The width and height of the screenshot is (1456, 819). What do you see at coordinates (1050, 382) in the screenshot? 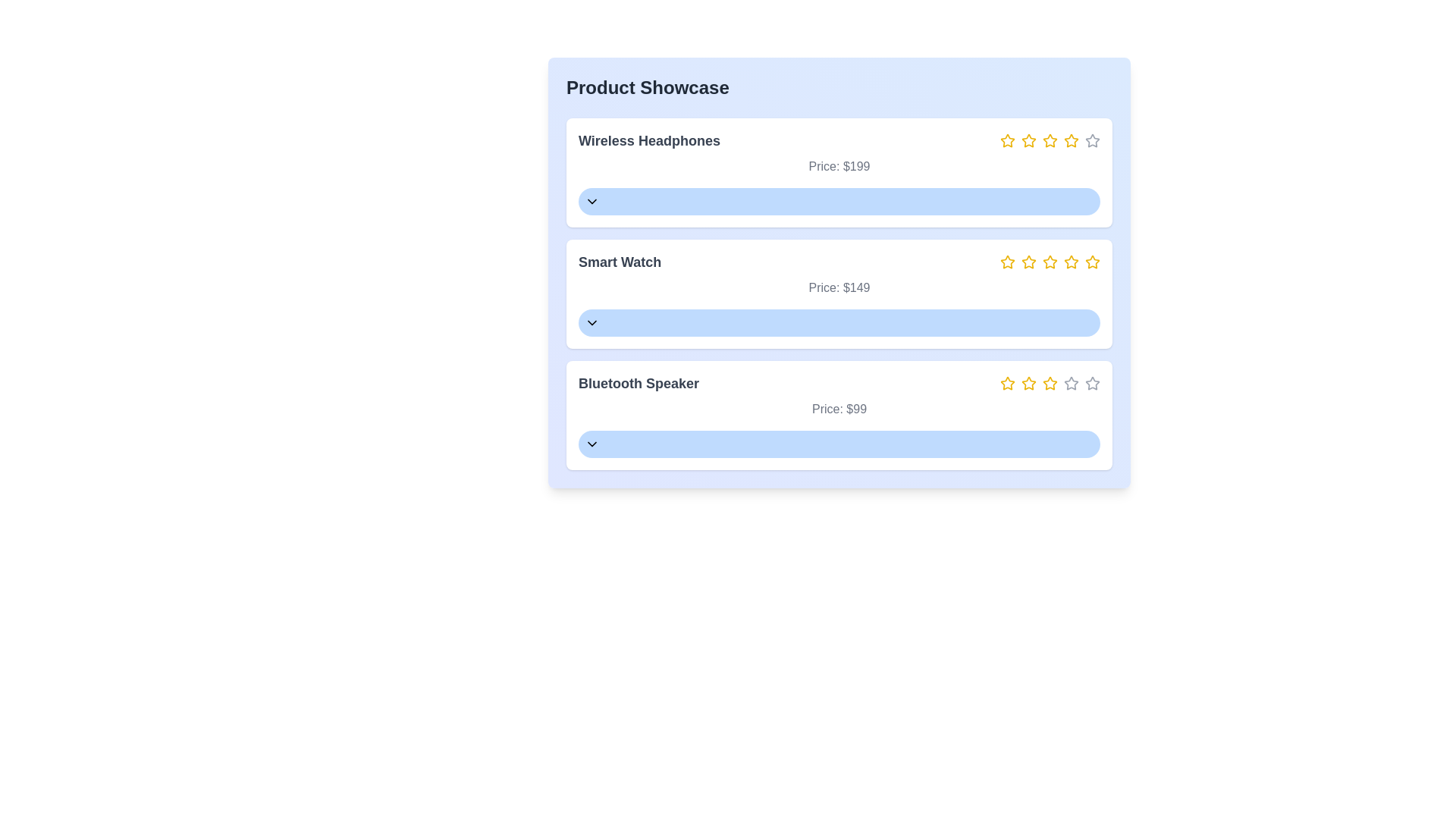
I see `the fourth star in the rating system for the 'Bluetooth Speaker' to set the rating to four stars` at bounding box center [1050, 382].